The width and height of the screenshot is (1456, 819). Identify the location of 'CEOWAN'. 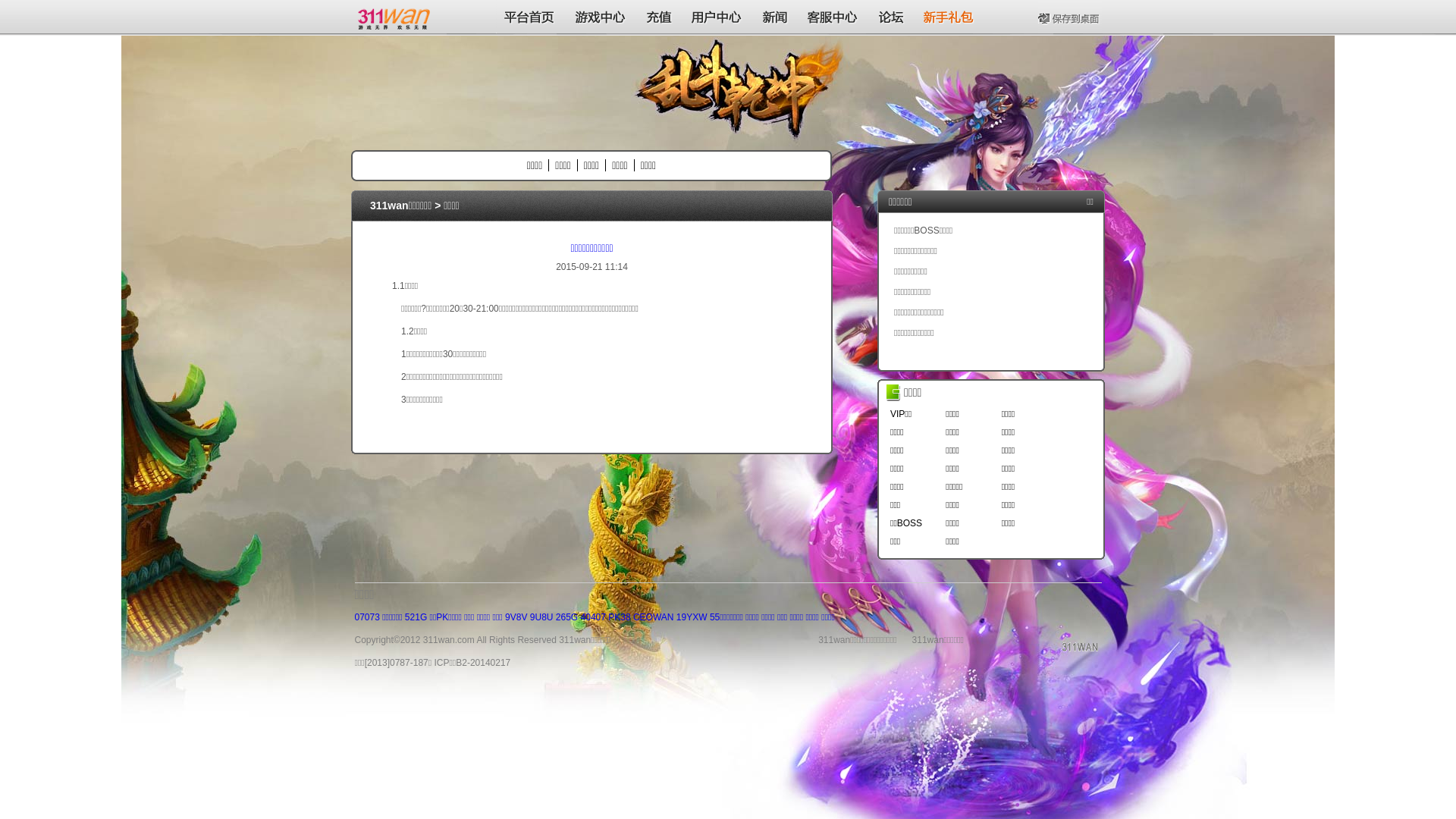
(633, 617).